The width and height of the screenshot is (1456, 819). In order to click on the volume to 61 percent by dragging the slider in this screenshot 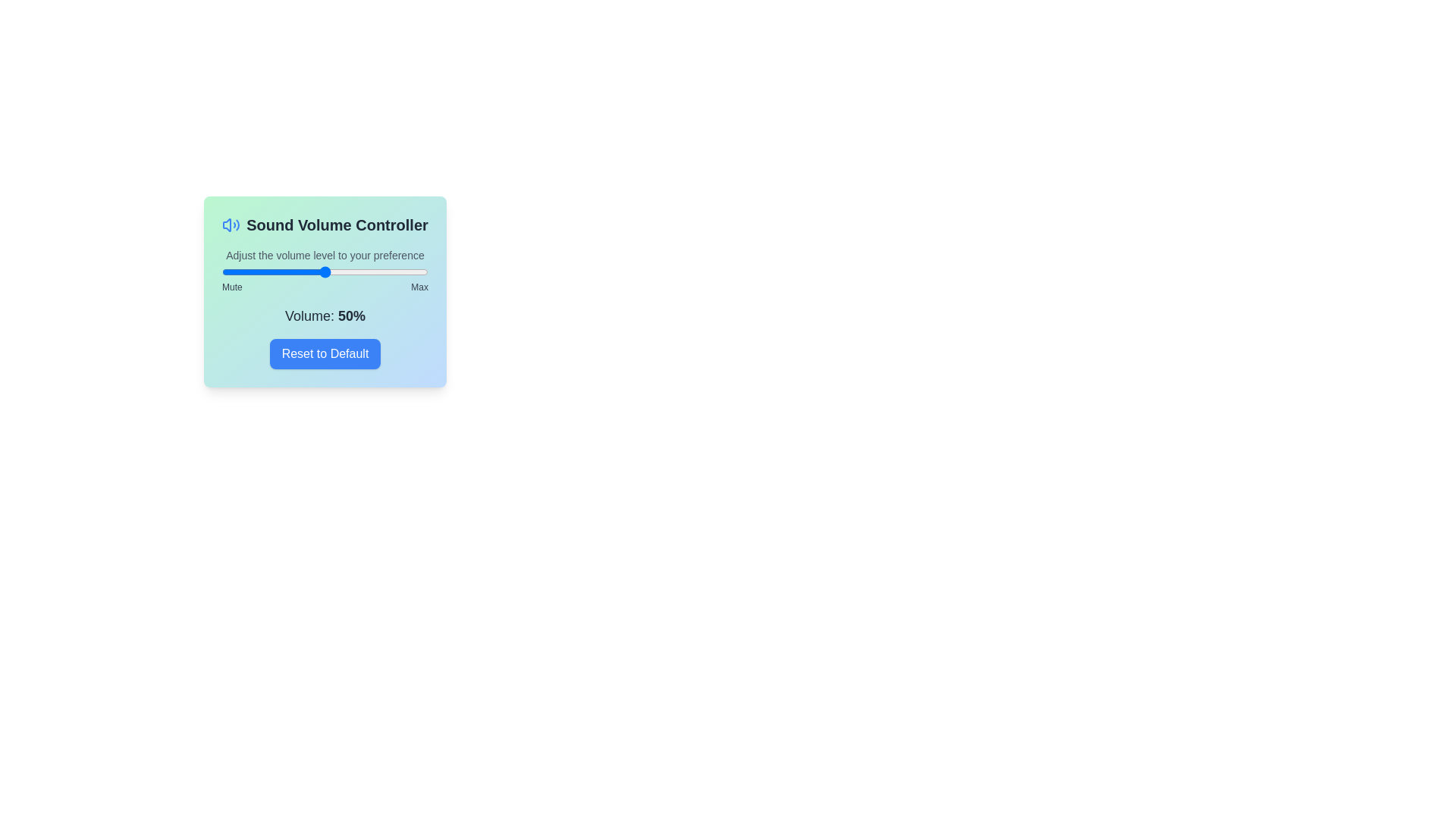, I will do `click(347, 271)`.